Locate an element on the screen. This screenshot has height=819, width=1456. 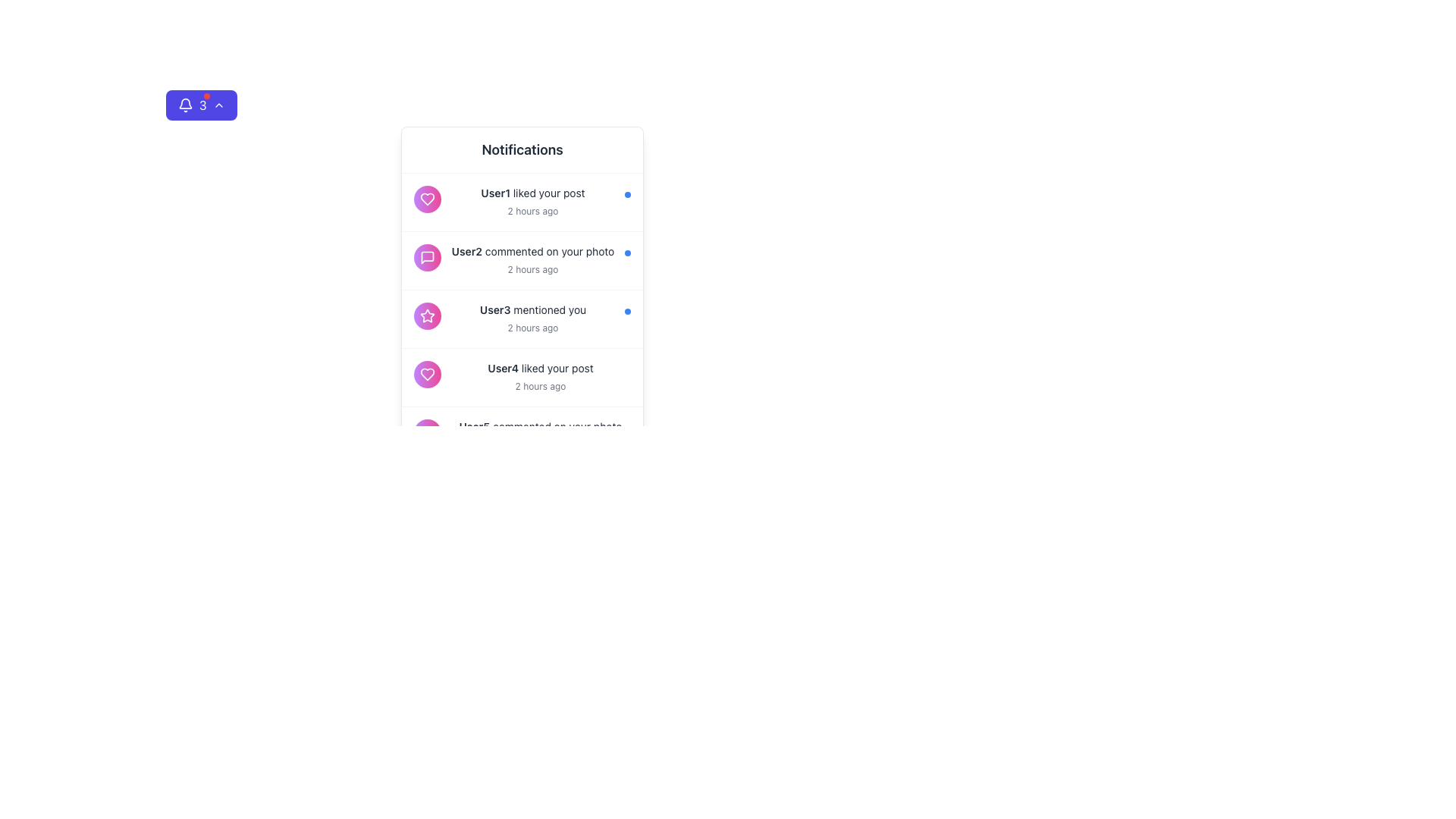
the 'Notifications' title bar, which is a bold text label located at the top of the notifications dropdown panel is located at coordinates (522, 150).